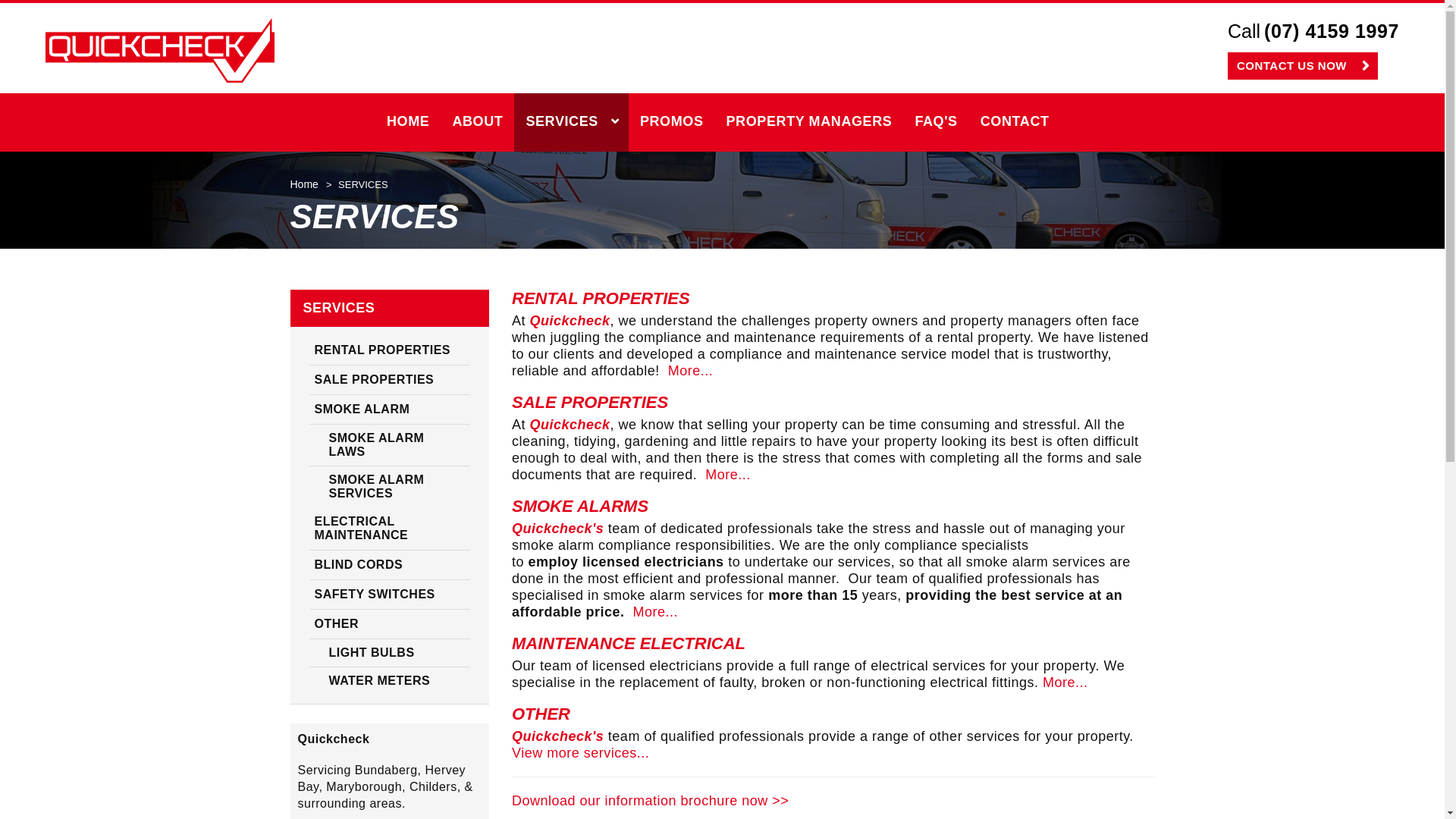 This screenshot has height=819, width=1456. What do you see at coordinates (968, 121) in the screenshot?
I see `'CONTACT'` at bounding box center [968, 121].